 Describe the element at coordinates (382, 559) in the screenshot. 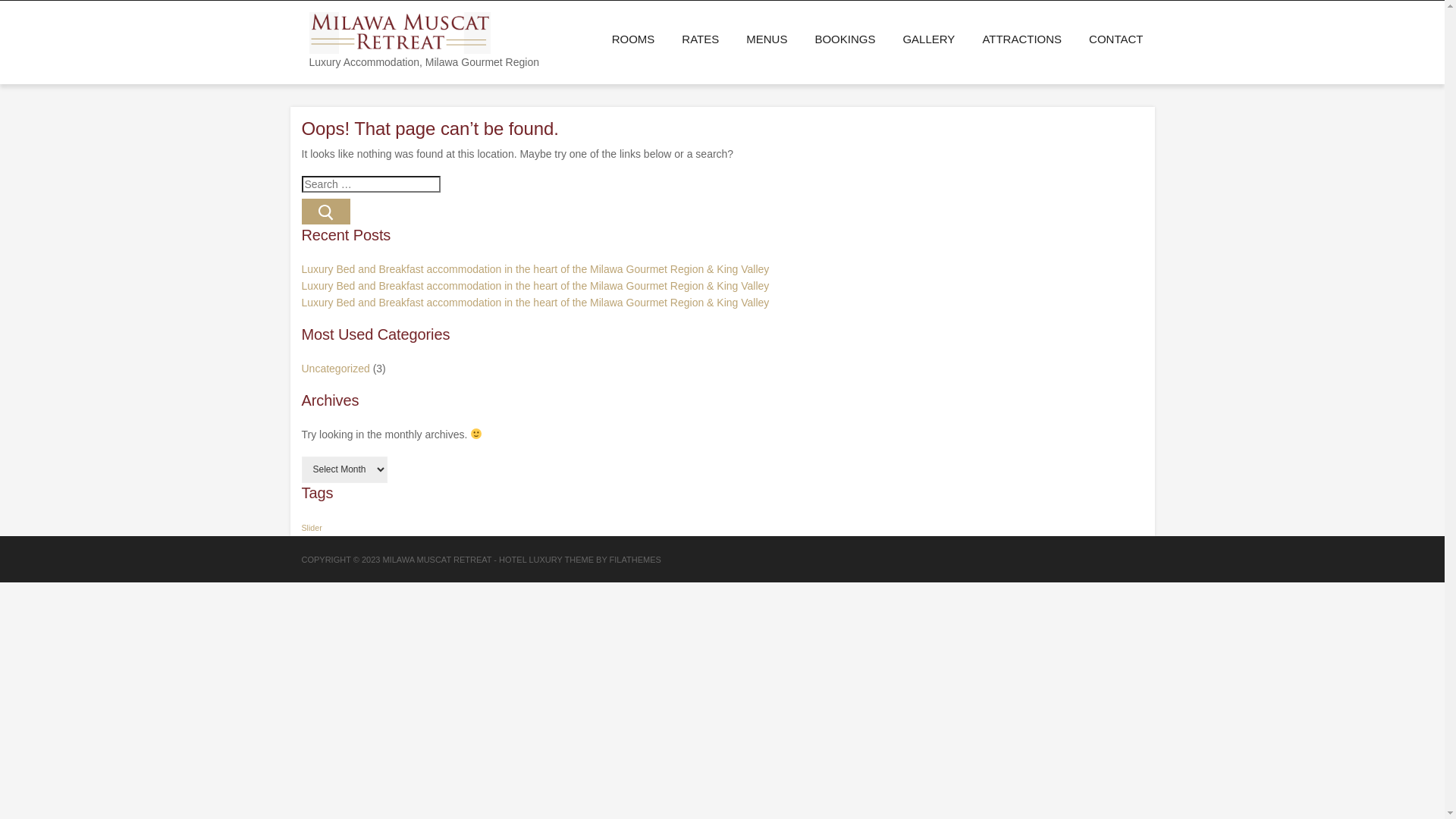

I see `'MILAWA MUSCAT RETREAT'` at that location.